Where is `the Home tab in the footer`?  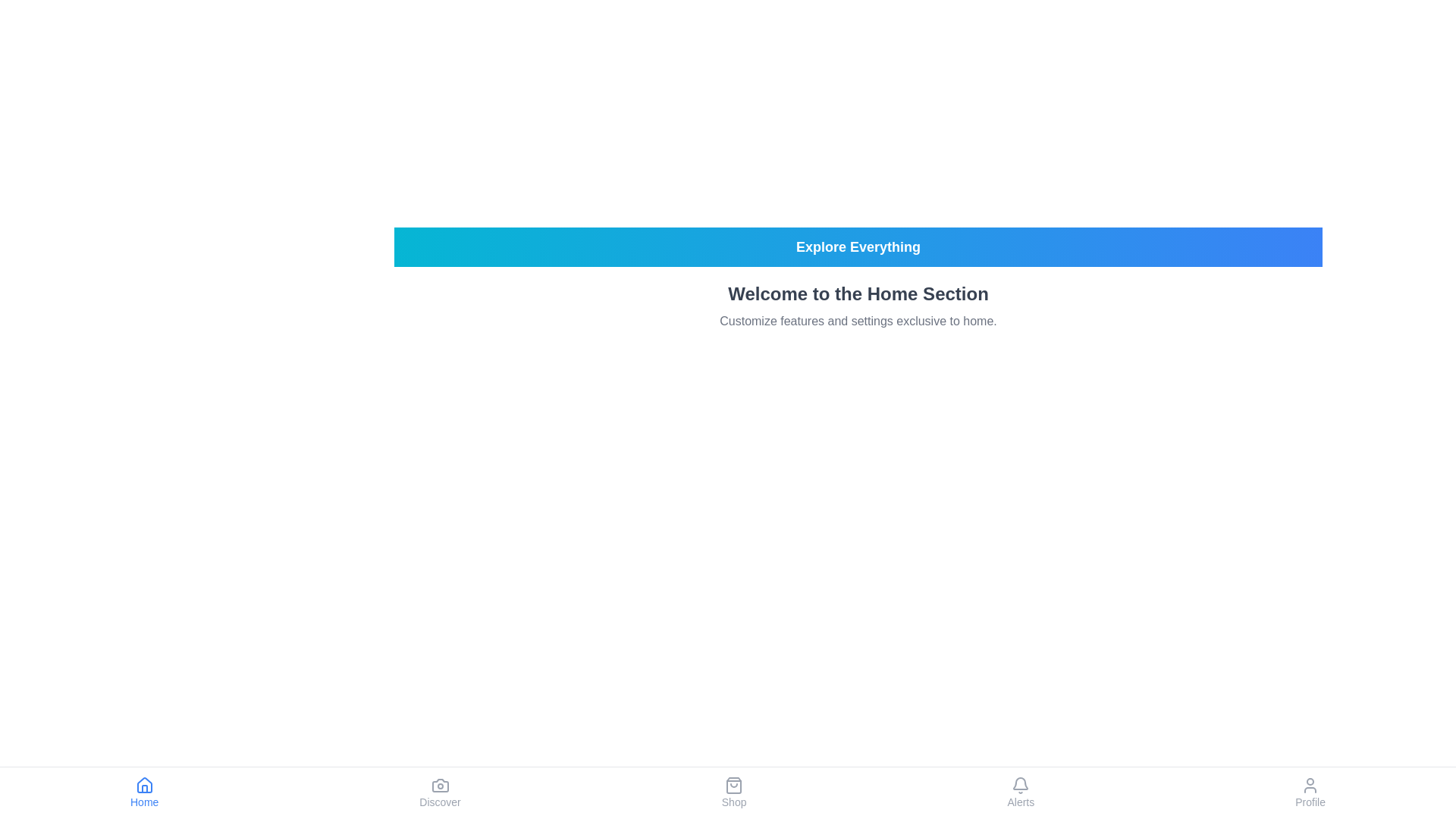
the Home tab in the footer is located at coordinates (144, 792).